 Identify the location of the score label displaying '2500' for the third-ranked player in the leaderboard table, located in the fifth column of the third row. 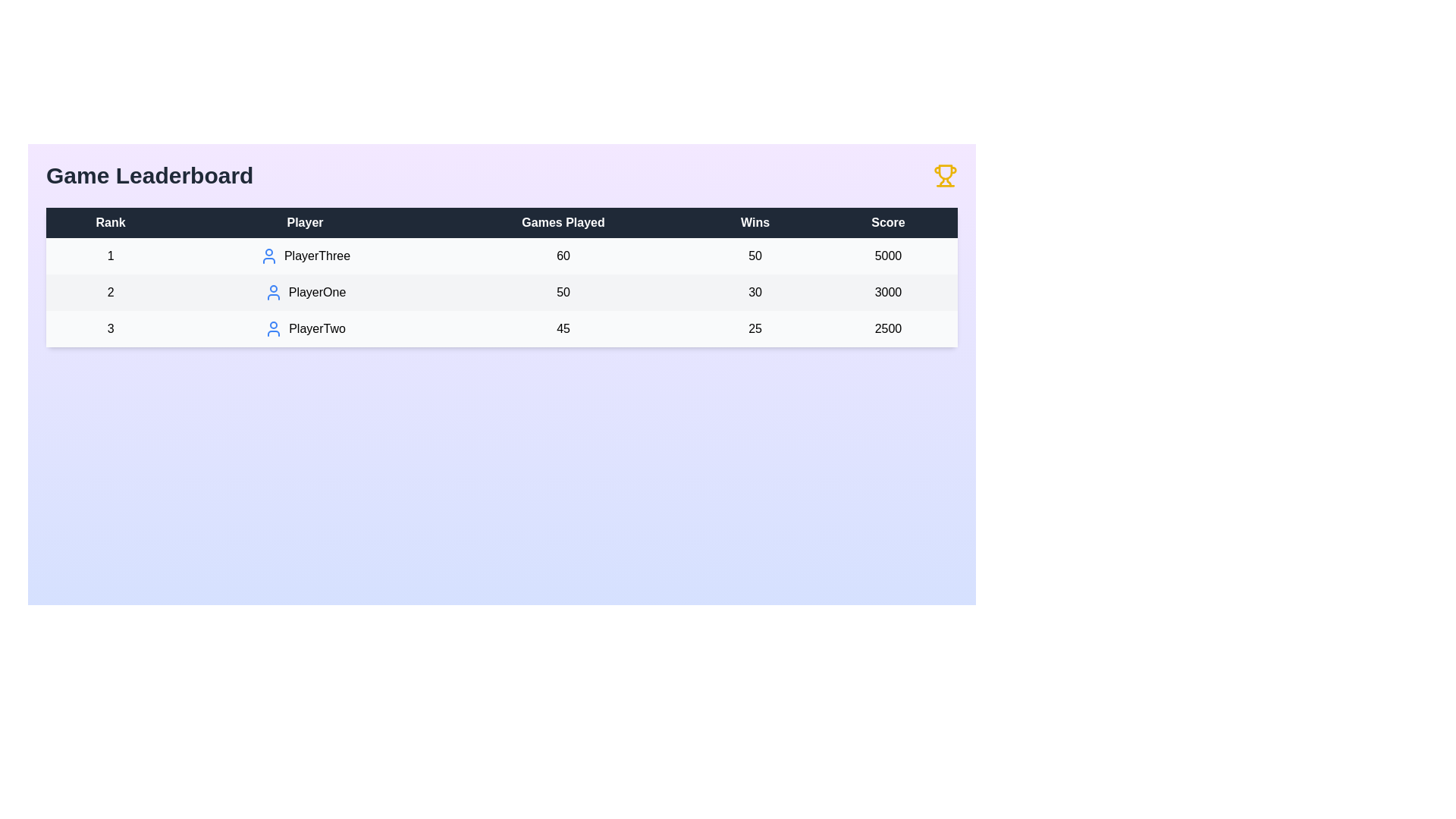
(888, 328).